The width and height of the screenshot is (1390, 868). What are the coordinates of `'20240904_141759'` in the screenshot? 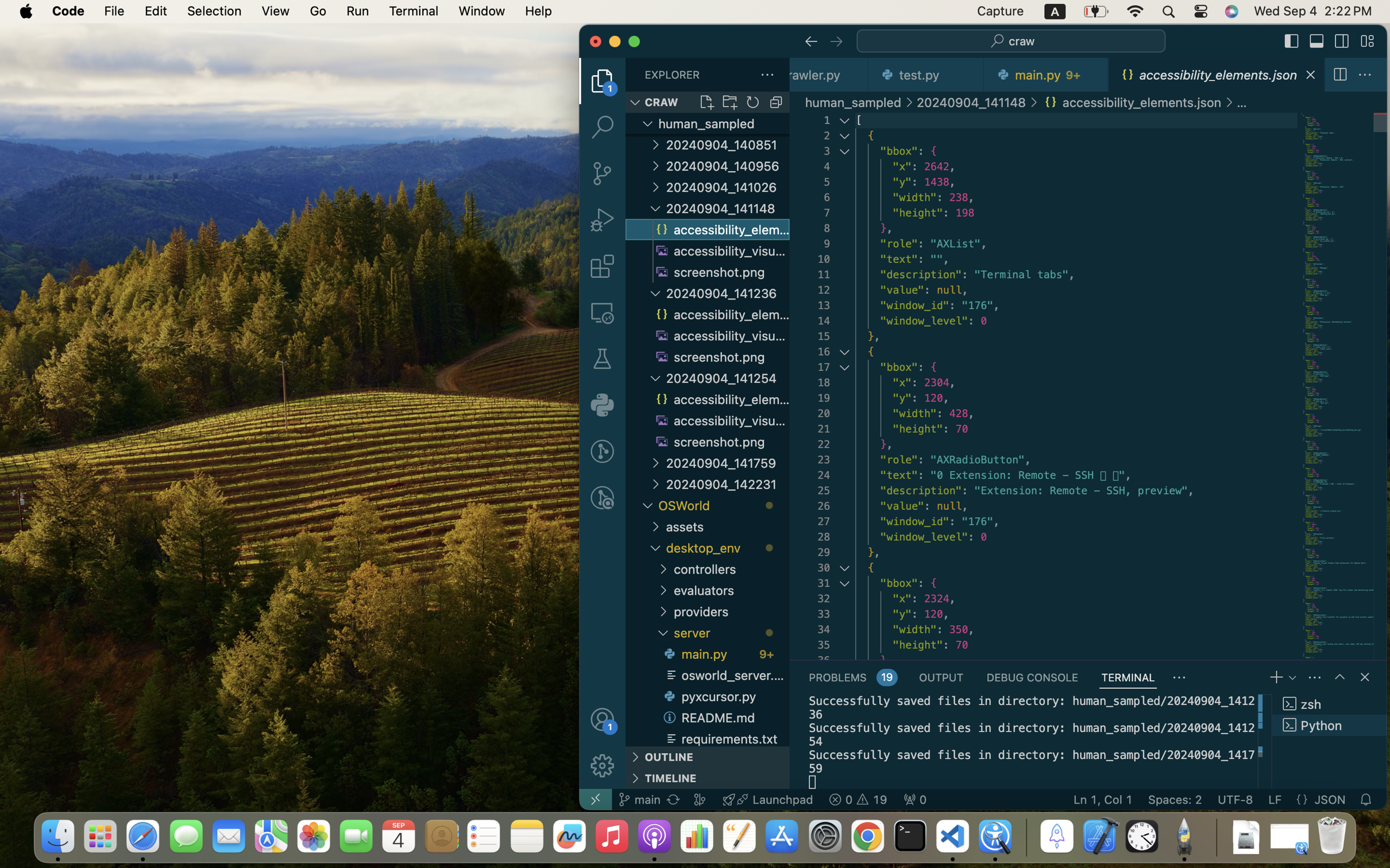 It's located at (727, 462).